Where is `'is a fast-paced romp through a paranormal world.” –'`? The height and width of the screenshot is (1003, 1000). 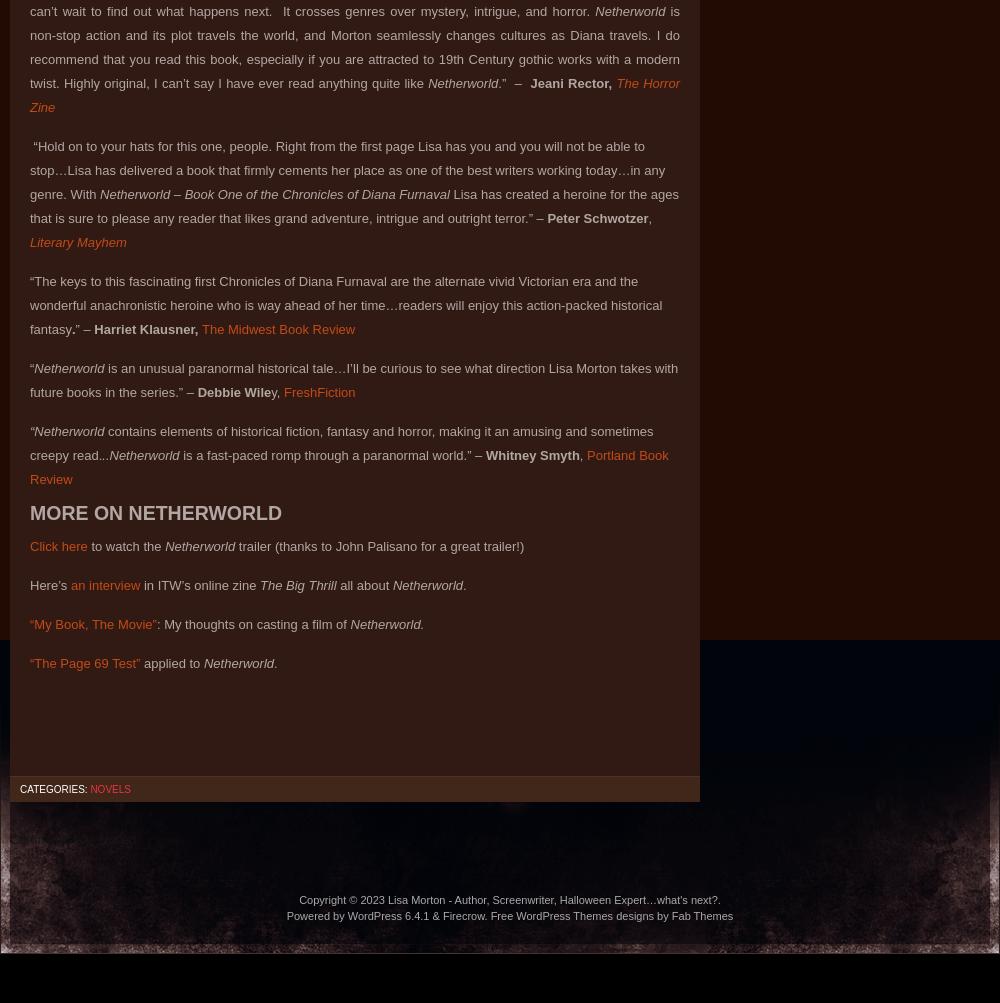 'is a fast-paced romp through a paranormal world.” –' is located at coordinates (329, 455).